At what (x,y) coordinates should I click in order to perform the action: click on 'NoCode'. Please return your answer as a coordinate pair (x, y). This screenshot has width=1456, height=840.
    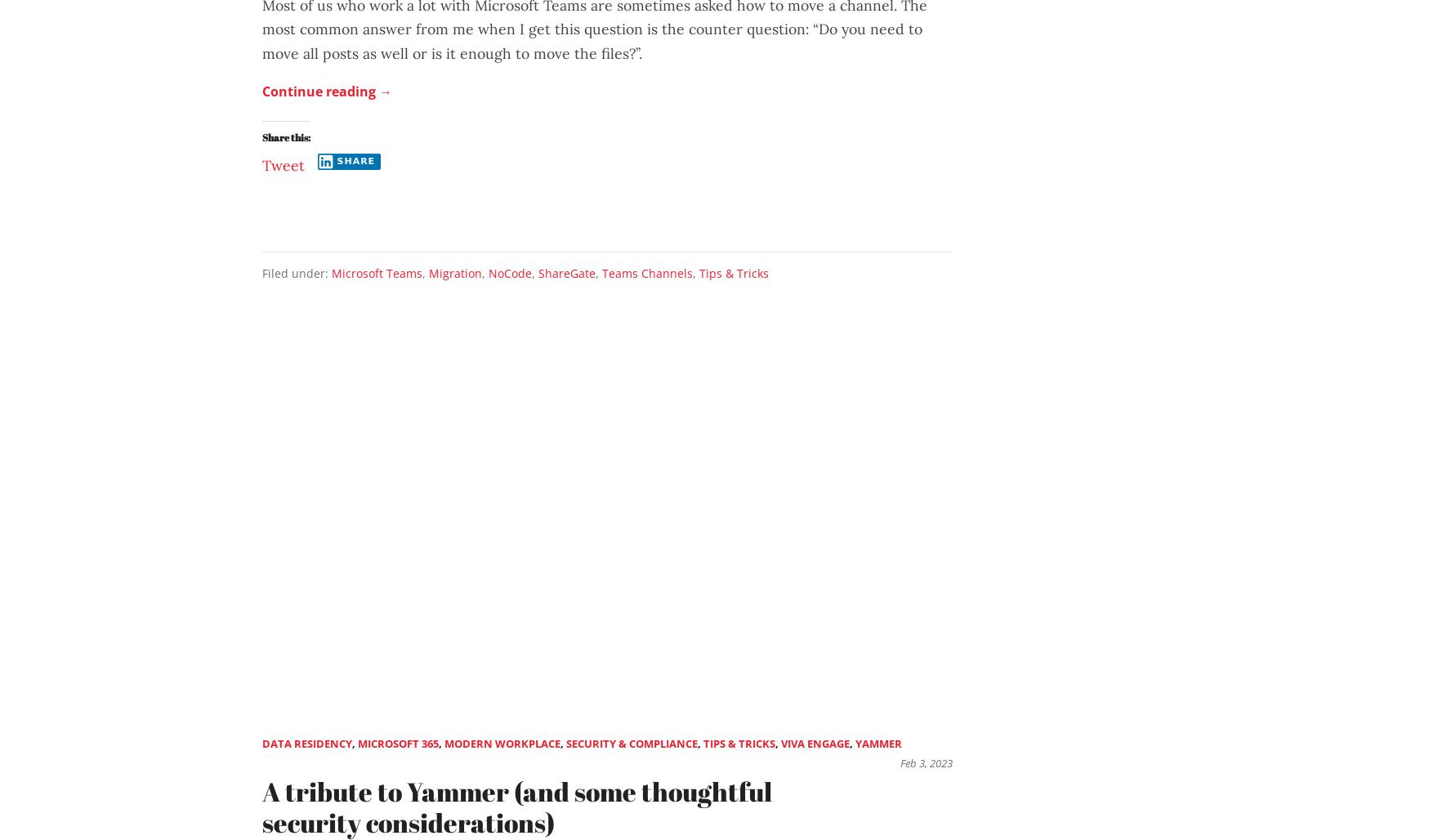
    Looking at the image, I should click on (489, 271).